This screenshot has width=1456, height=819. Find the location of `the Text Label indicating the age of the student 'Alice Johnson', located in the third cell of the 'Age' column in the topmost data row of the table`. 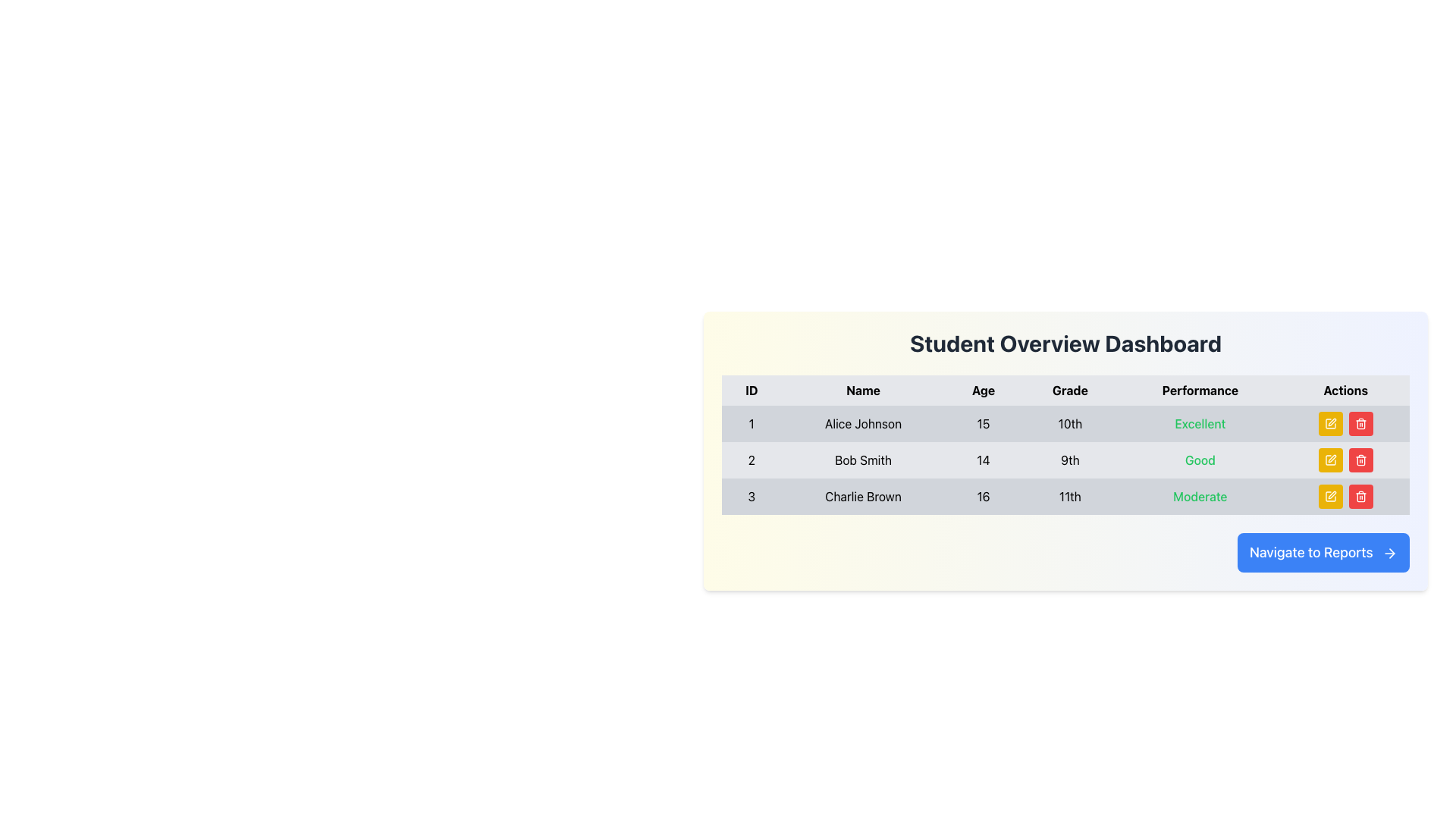

the Text Label indicating the age of the student 'Alice Johnson', located in the third cell of the 'Age' column in the topmost data row of the table is located at coordinates (983, 424).